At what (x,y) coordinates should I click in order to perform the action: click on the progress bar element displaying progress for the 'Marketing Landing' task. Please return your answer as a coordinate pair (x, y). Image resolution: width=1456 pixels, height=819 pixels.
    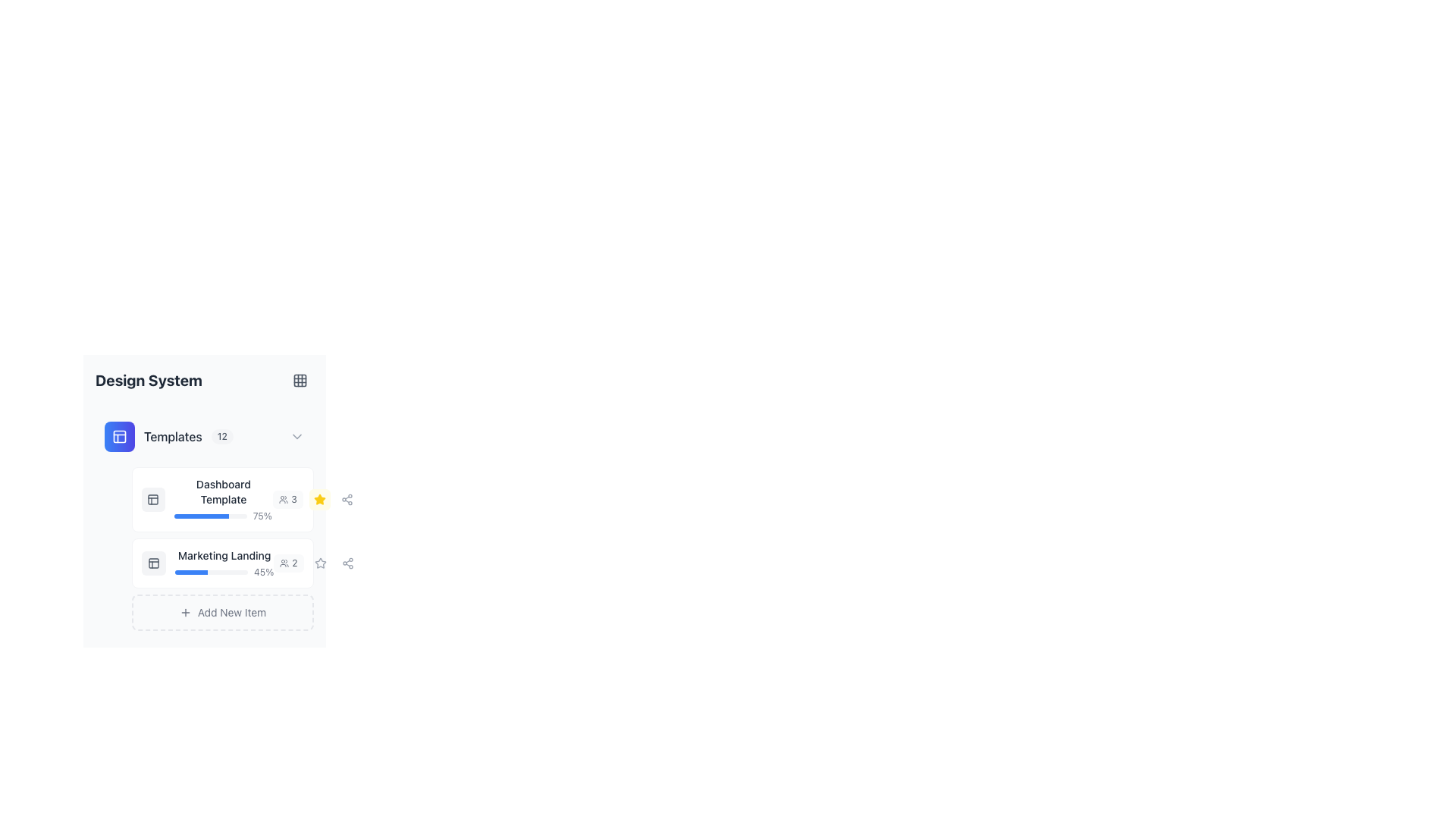
    Looking at the image, I should click on (224, 563).